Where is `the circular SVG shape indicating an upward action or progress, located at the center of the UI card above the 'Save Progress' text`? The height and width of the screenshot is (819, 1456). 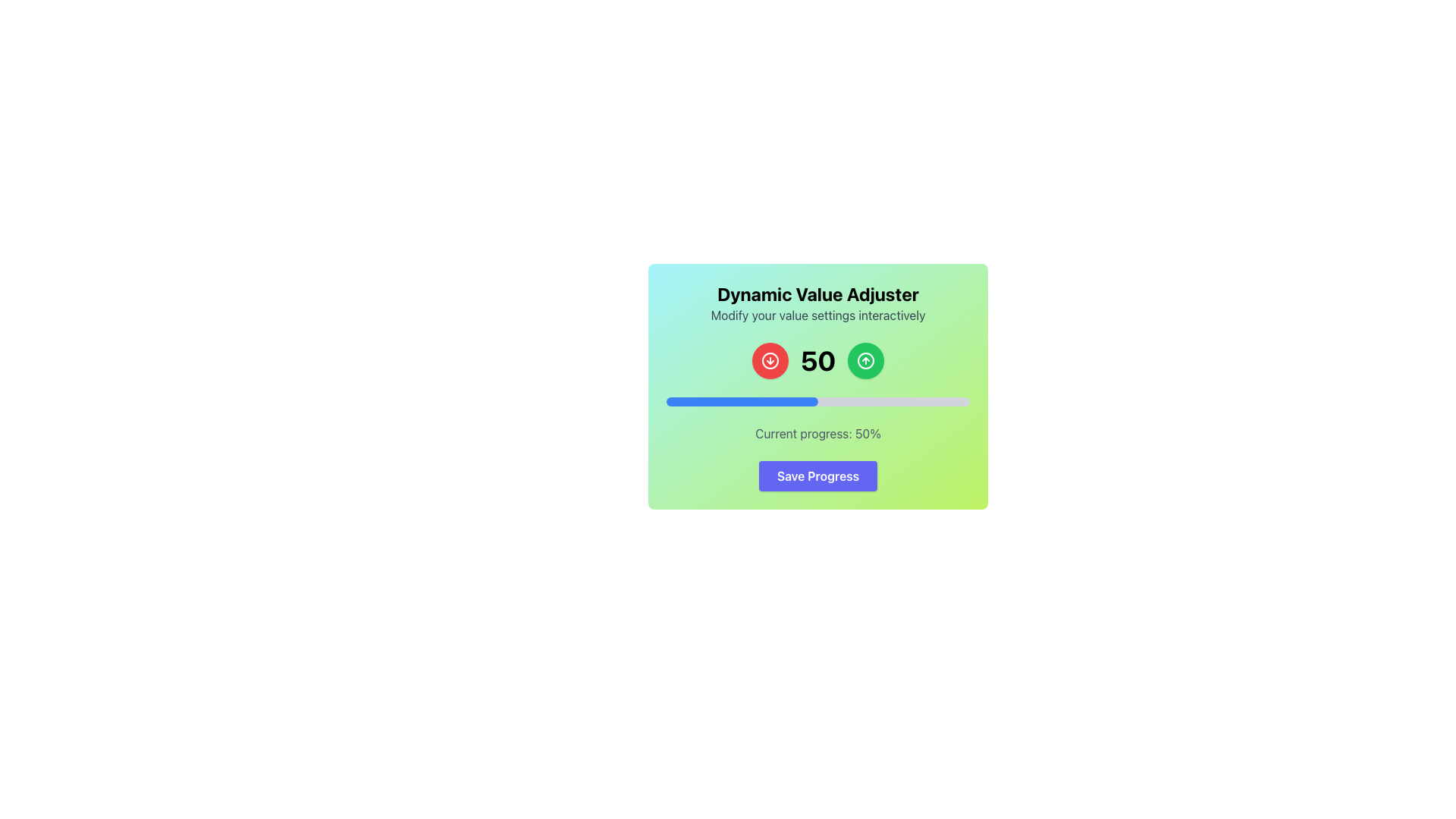 the circular SVG shape indicating an upward action or progress, located at the center of the UI card above the 'Save Progress' text is located at coordinates (866, 360).